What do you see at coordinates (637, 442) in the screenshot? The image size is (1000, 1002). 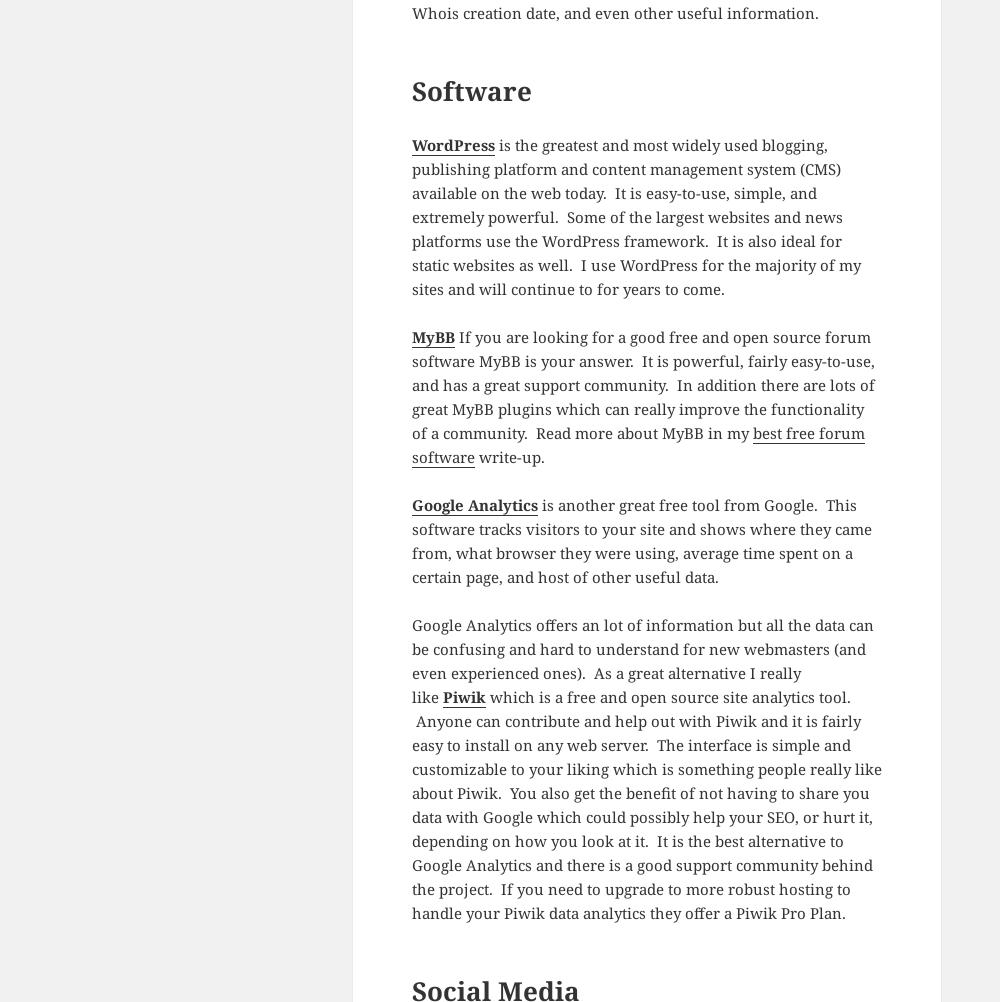 I see `'best free forum software'` at bounding box center [637, 442].